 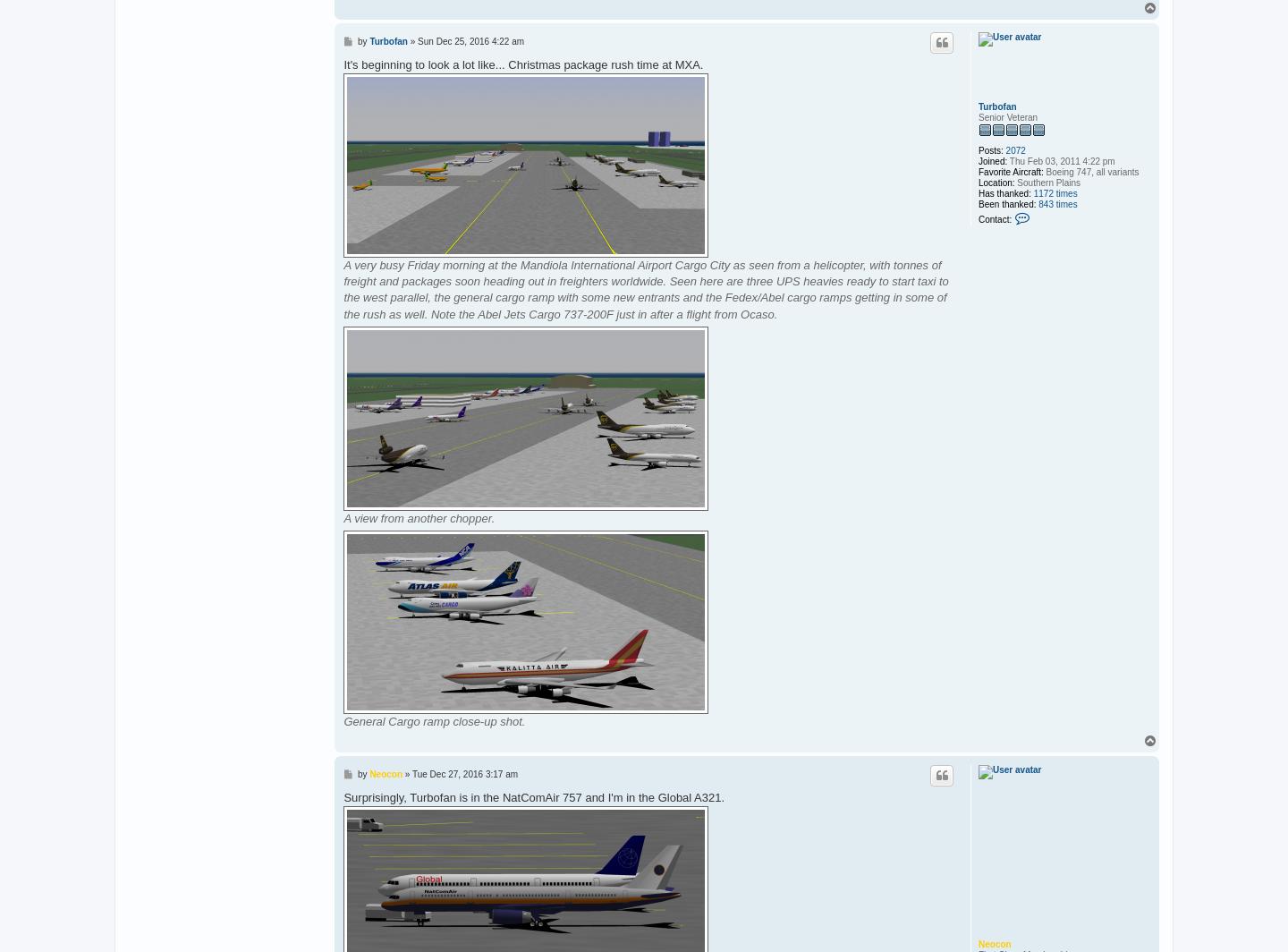 I want to click on 'Contact:', so click(x=994, y=218).